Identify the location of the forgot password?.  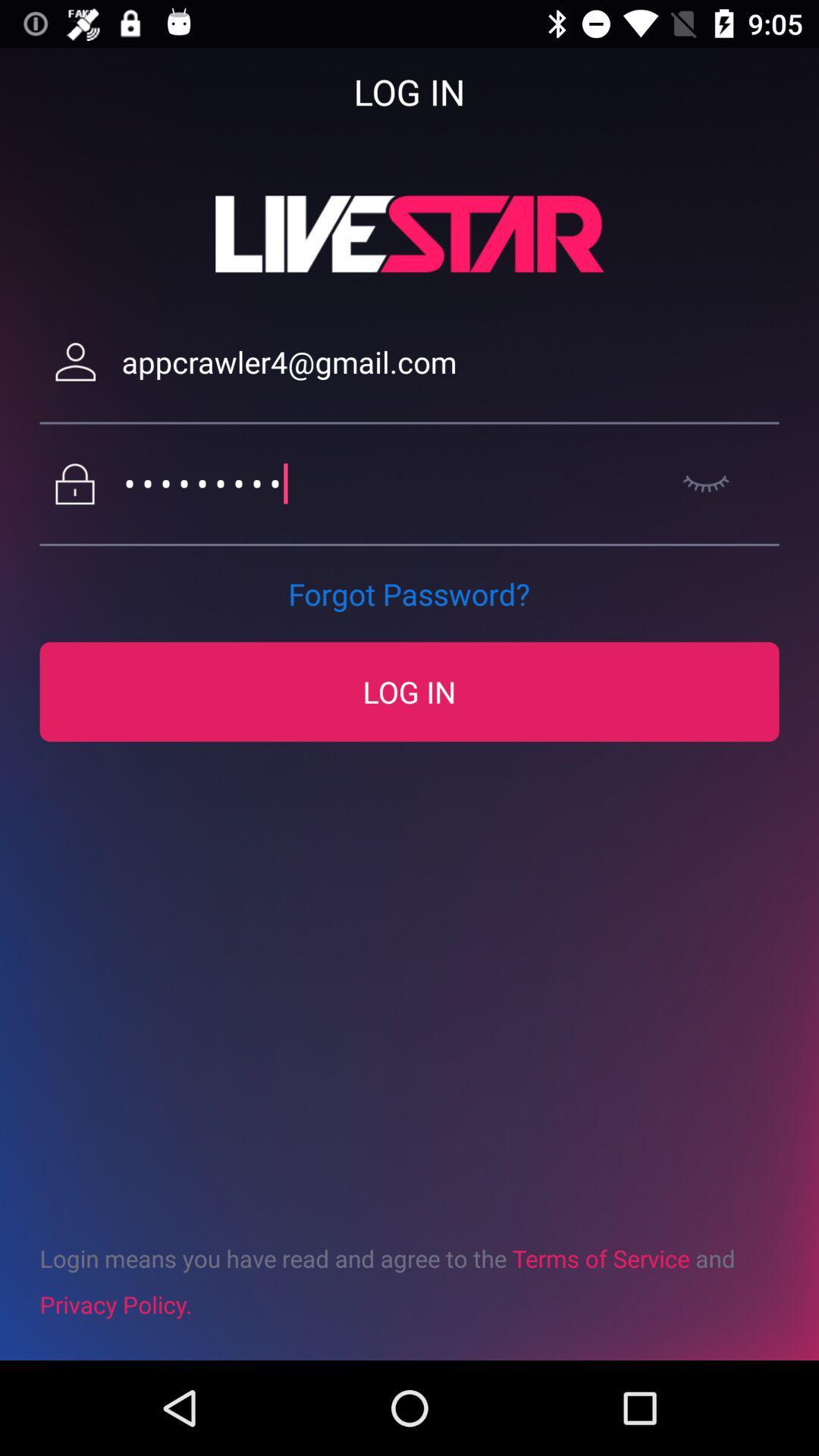
(408, 593).